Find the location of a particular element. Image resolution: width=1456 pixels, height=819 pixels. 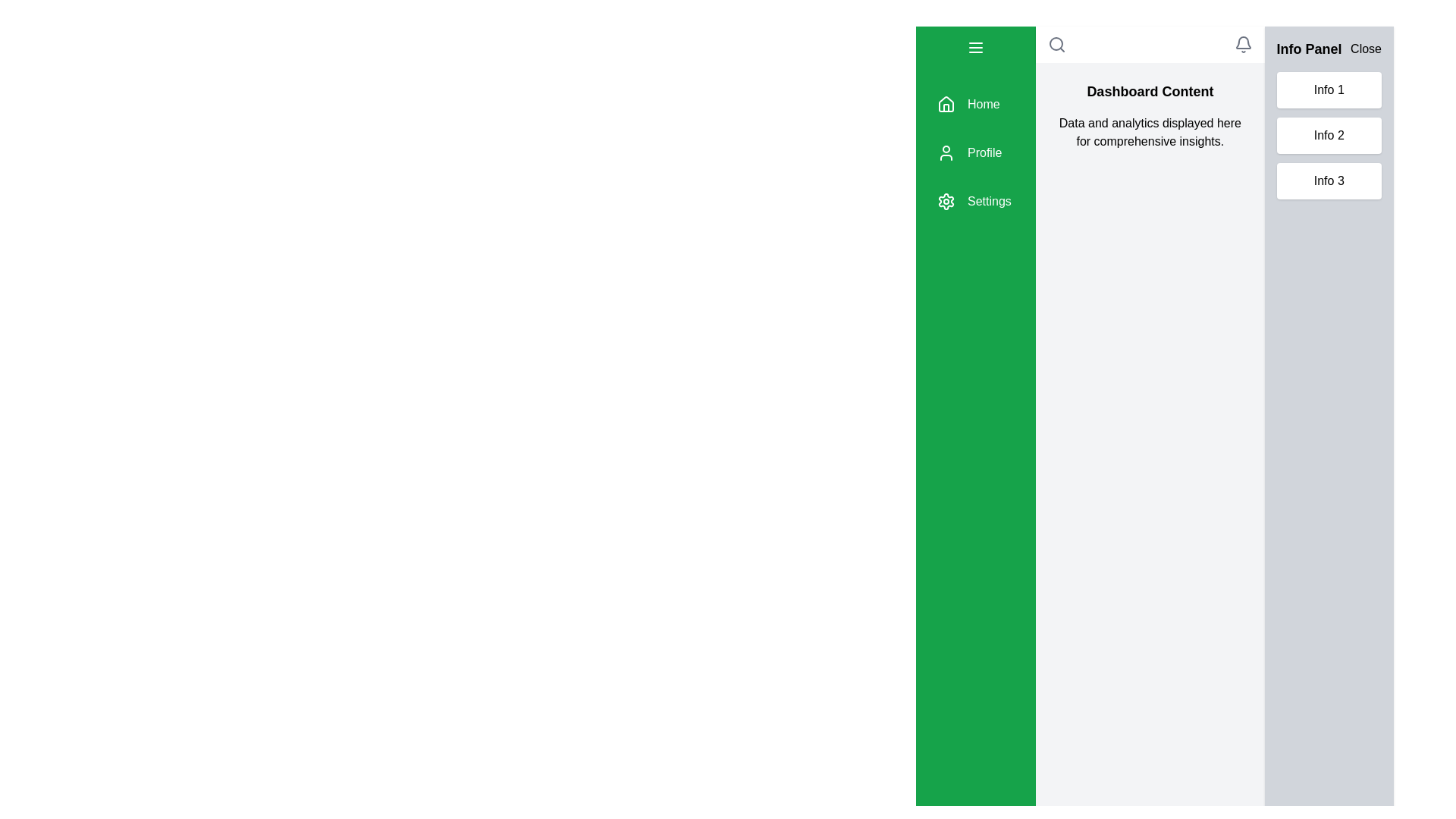

the circular SVG element representing a search icon located in the top navigation area, adjacent to the title and beside other navigation elements is located at coordinates (1056, 42).